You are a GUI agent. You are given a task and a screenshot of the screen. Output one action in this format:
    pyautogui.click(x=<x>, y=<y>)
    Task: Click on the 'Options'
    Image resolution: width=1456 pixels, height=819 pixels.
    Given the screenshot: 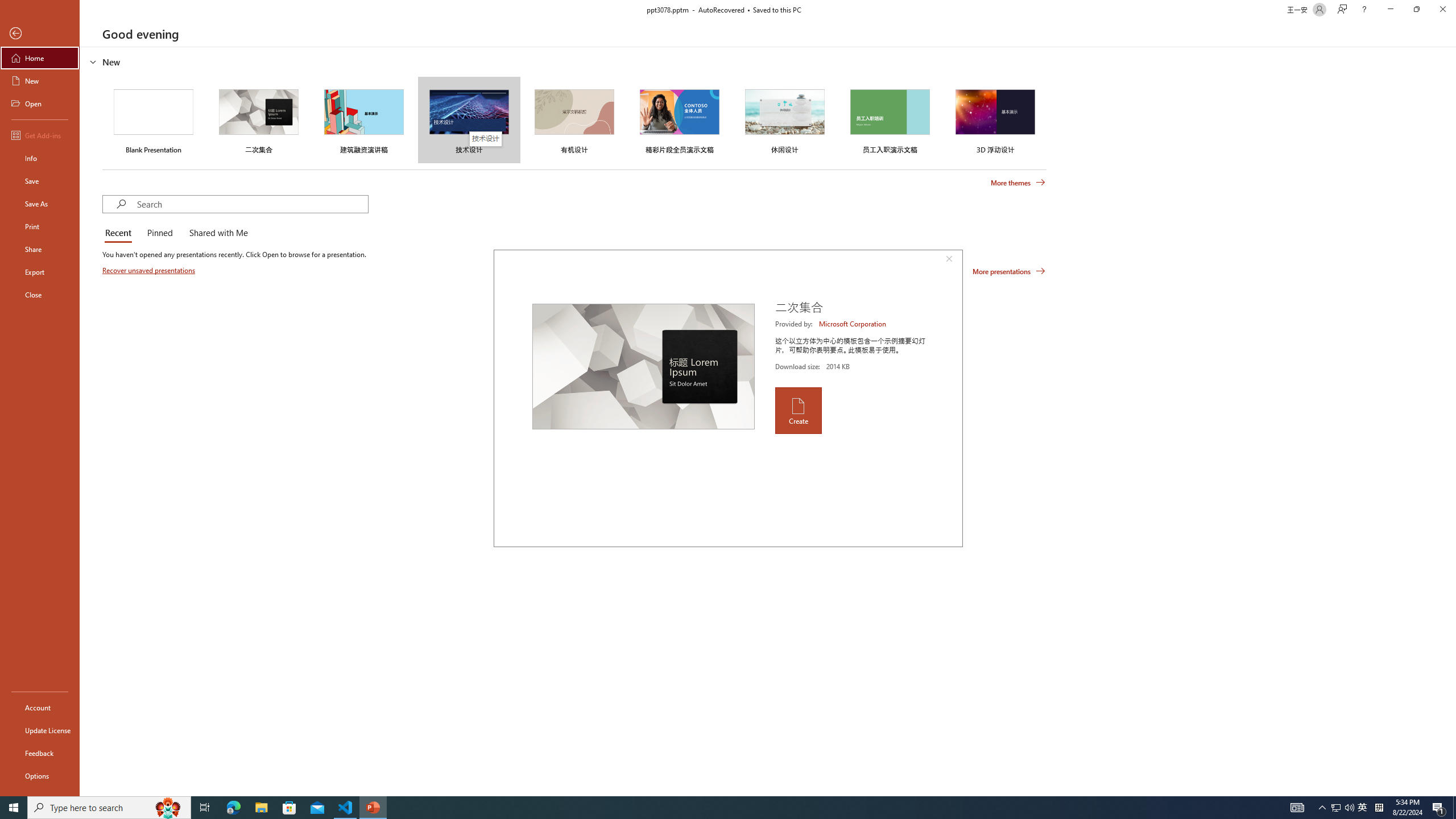 What is the action you would take?
    pyautogui.click(x=39, y=775)
    